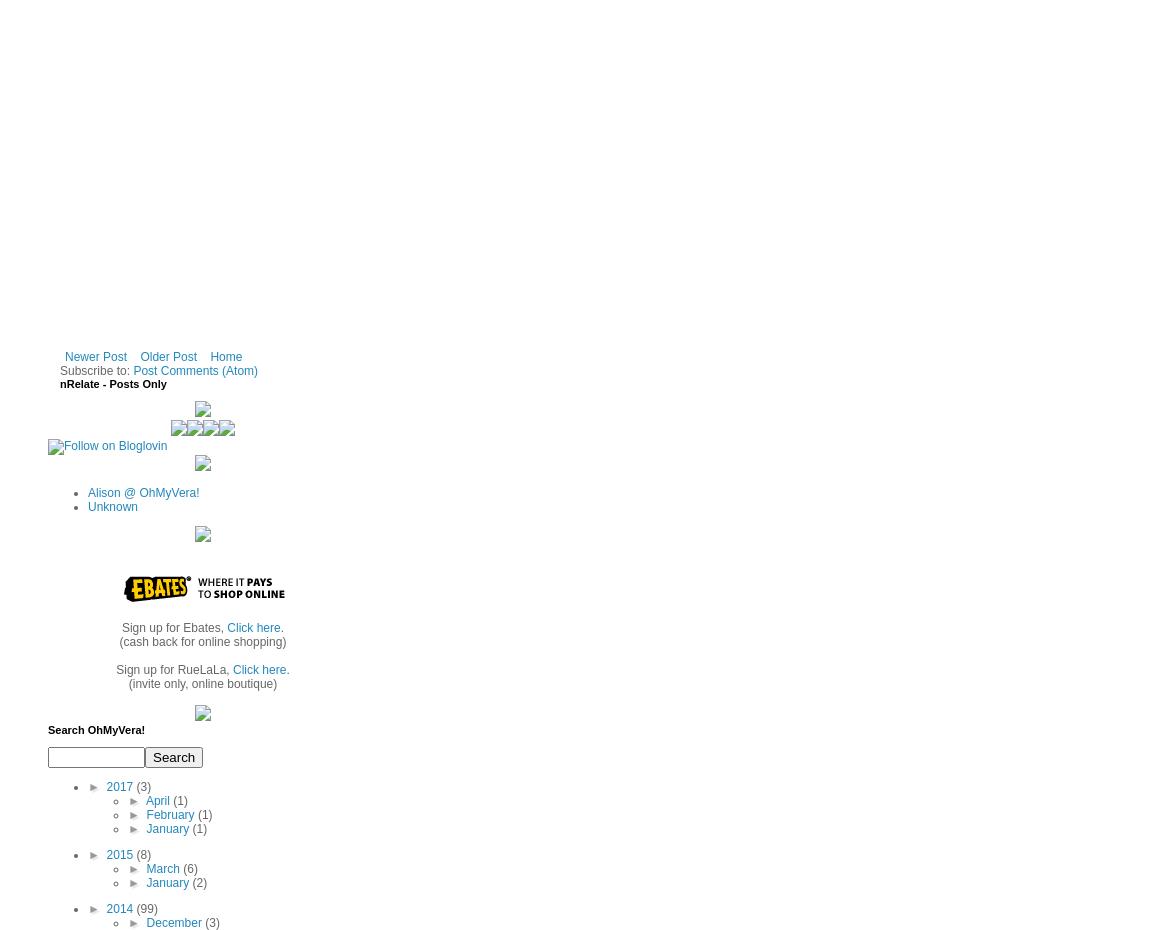 The width and height of the screenshot is (1168, 930). I want to click on 'Post Comments (Atom)', so click(195, 368).